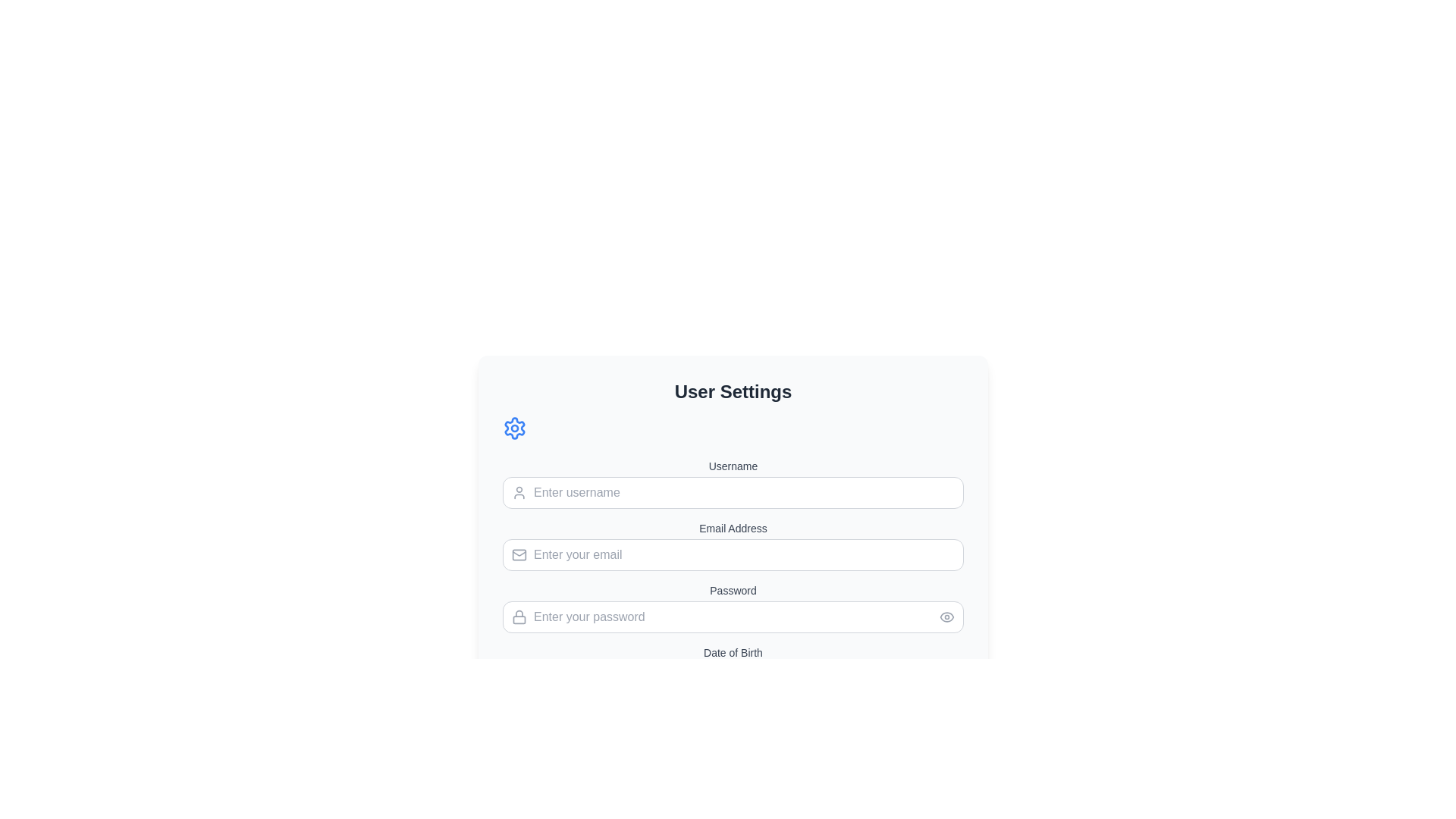 This screenshot has width=1456, height=819. Describe the element at coordinates (733, 599) in the screenshot. I see `inside the input fields of the User Settings form to type information such as Username, Email Address, Password, and Date of Birth` at that location.